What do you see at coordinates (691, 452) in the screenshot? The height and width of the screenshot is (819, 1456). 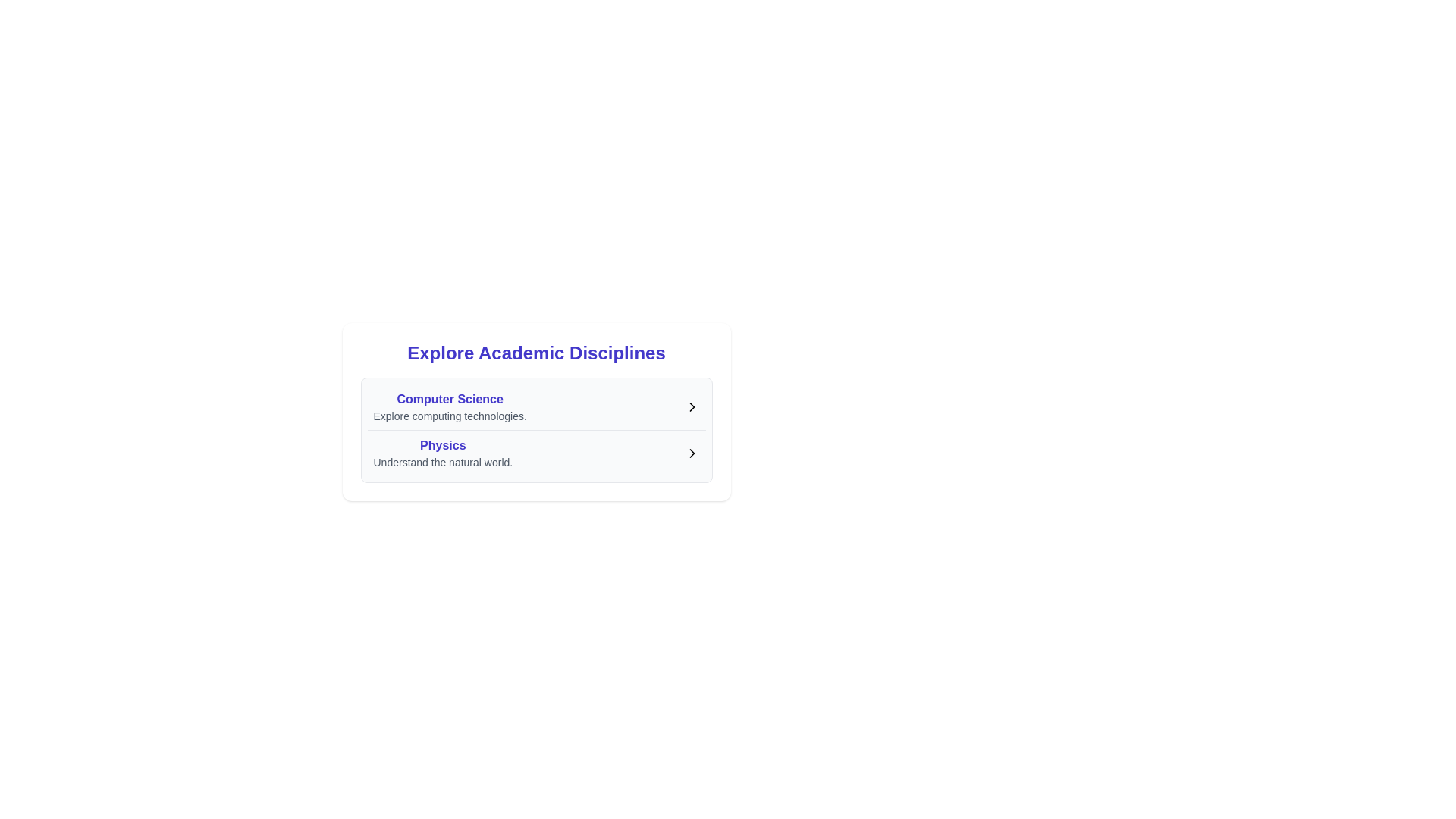 I see `the rightward pointing chevron icon located at the extreme right of the 'Physics - Understand the natural world' navigation group, which is styled with a thin arrow design` at bounding box center [691, 452].